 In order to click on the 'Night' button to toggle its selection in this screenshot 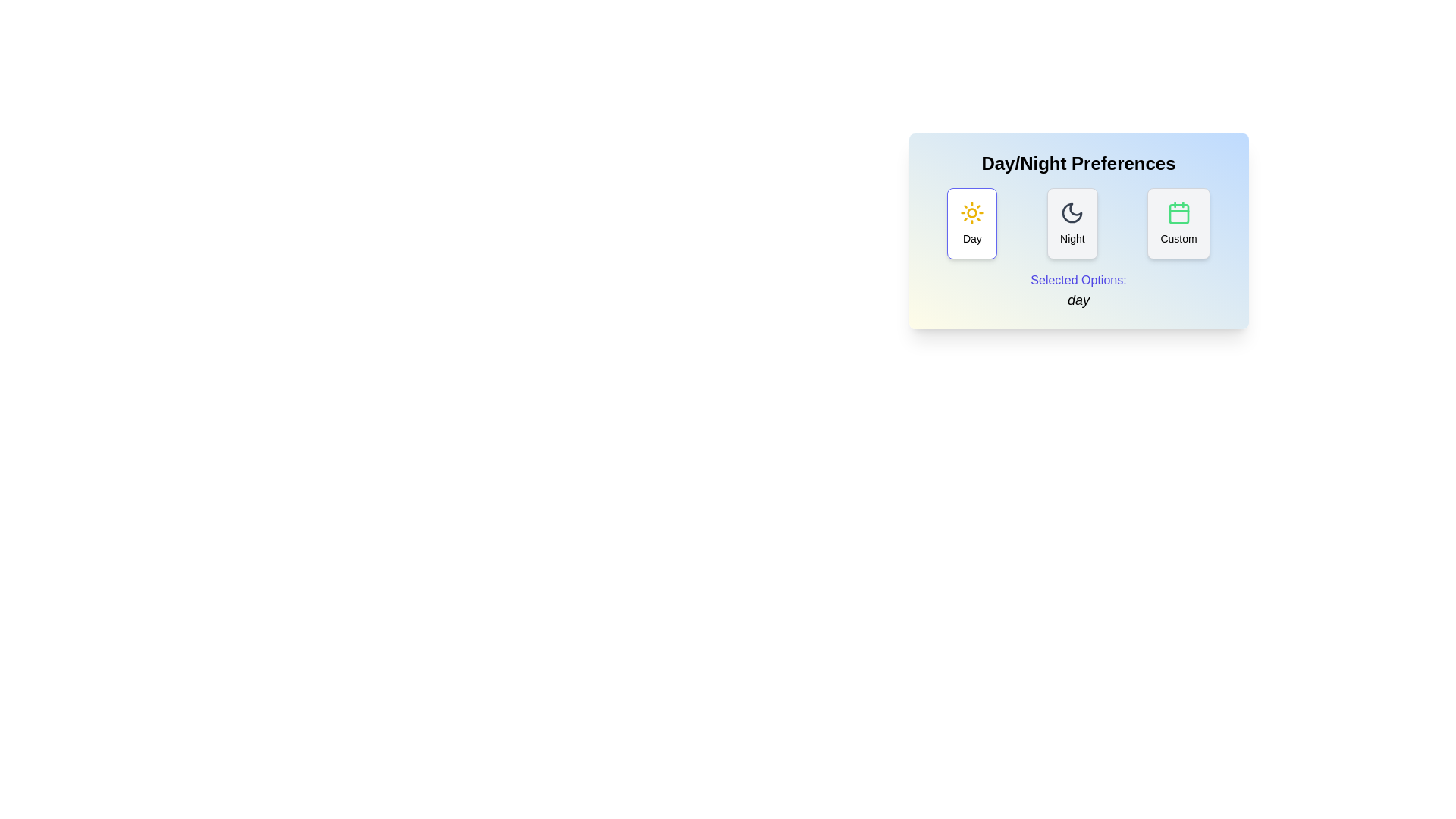, I will do `click(1072, 223)`.